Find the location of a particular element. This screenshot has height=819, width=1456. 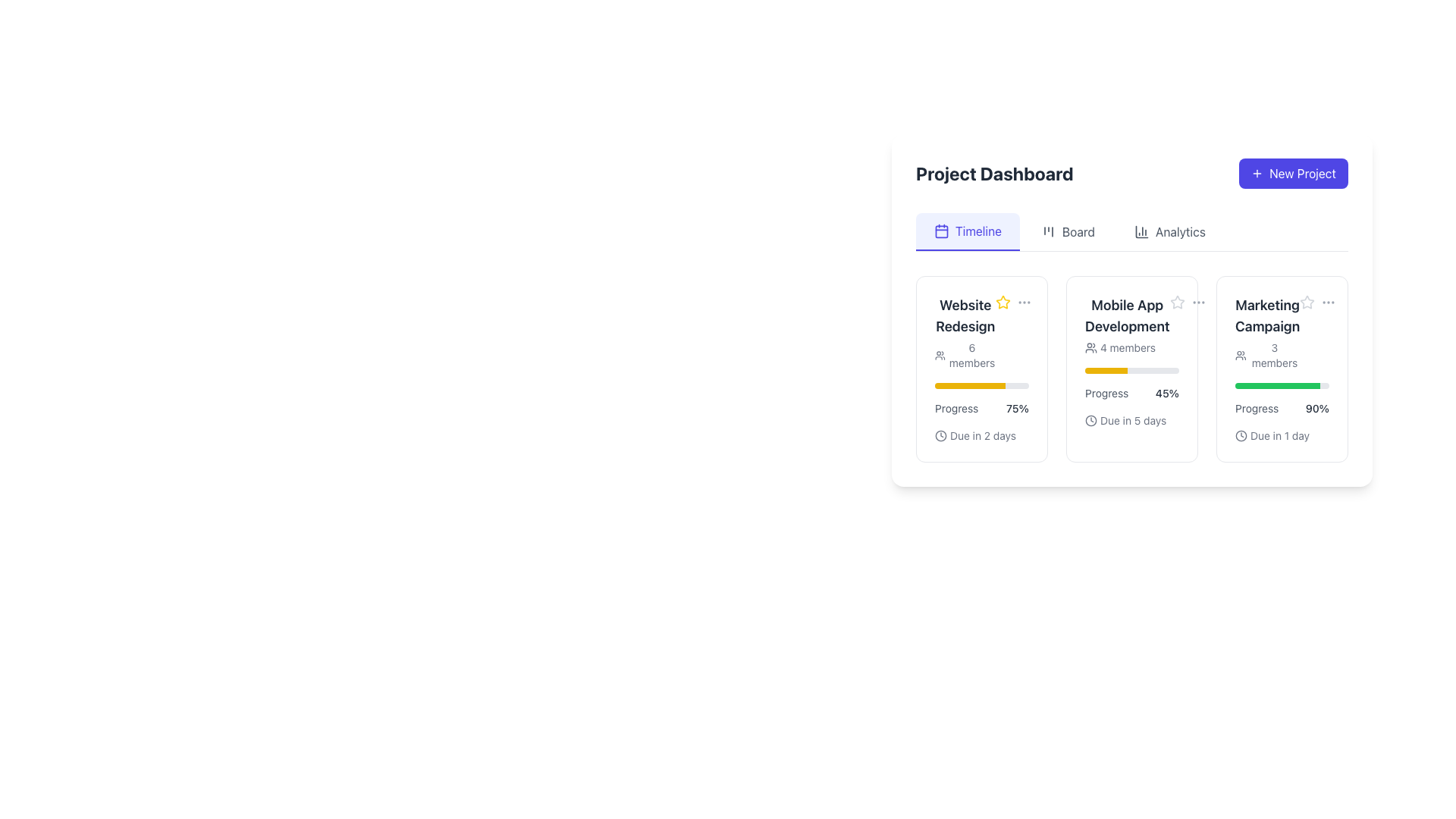

the text element displaying '3 members' with an accompanying user icon, located below the 'Marketing Campaign' title is located at coordinates (1267, 356).